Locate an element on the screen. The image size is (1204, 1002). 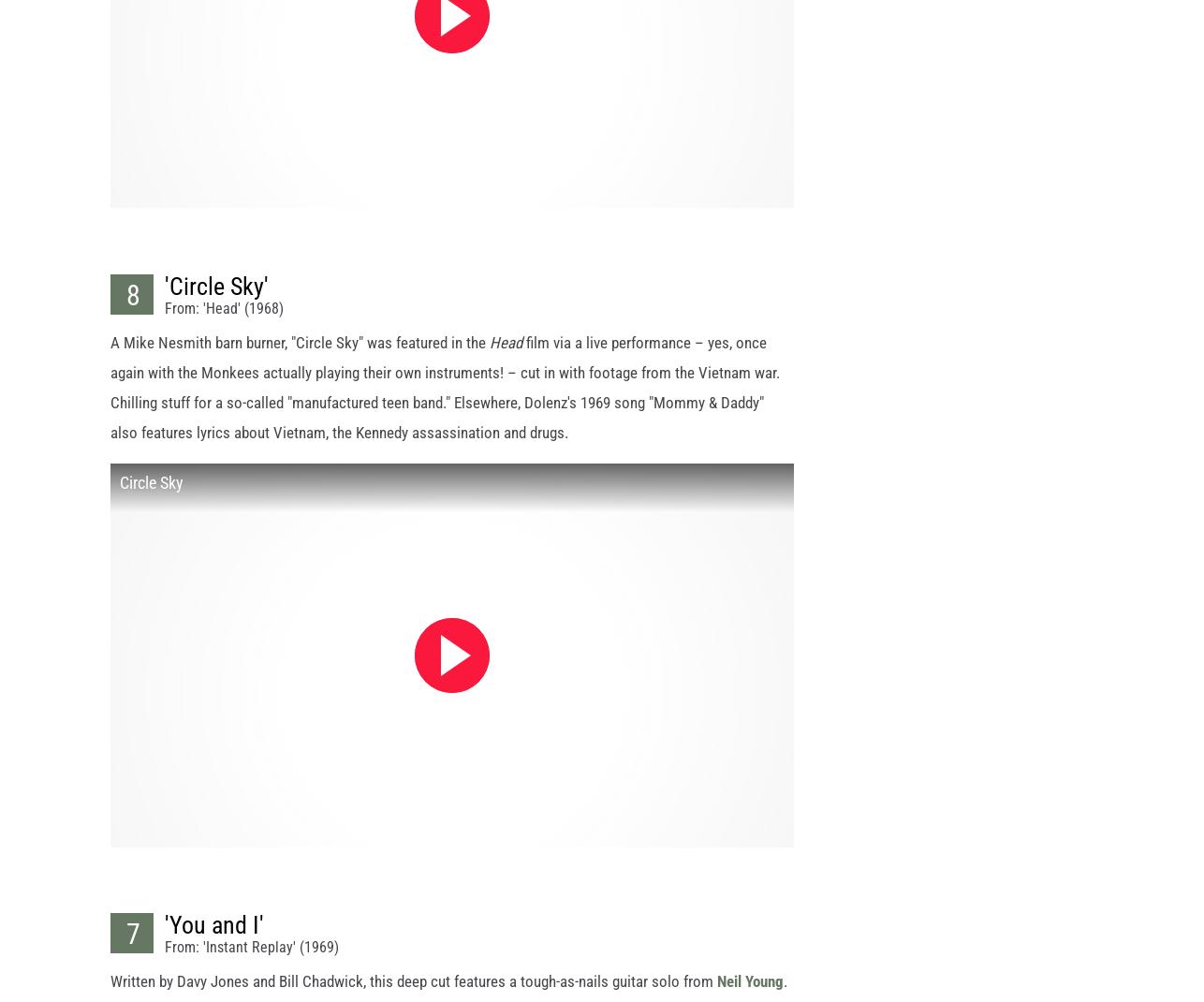
'film via a live performance – yes, once again with the Monkees actually playing their own instruments! – cut in with footage from the Vietnam war. Chilling stuff for a so-called "manufactured teen band." Elsewhere, Dolenz's 1969 song "Mommy & Daddy" also features lyrics about Vietnam, the Kennedy assassination and drugs.' is located at coordinates (444, 402).